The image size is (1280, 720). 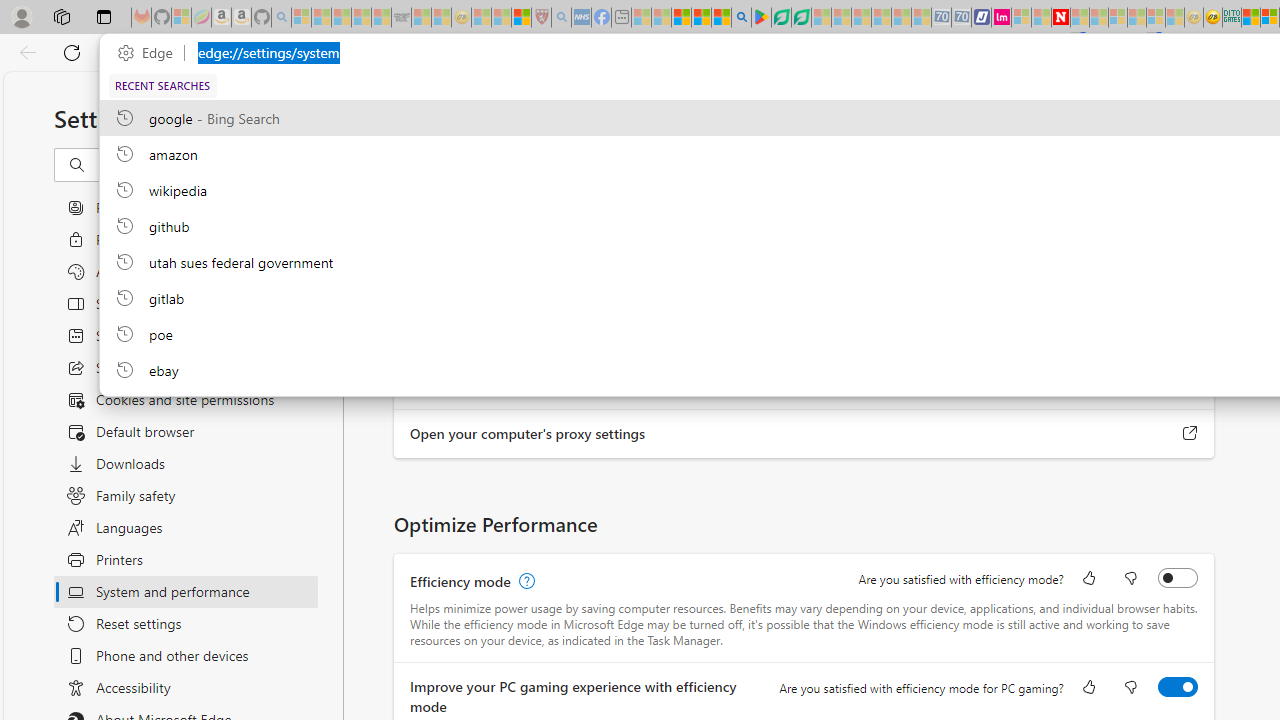 What do you see at coordinates (524, 582) in the screenshot?
I see `'Efficiency mode, learn more'` at bounding box center [524, 582].